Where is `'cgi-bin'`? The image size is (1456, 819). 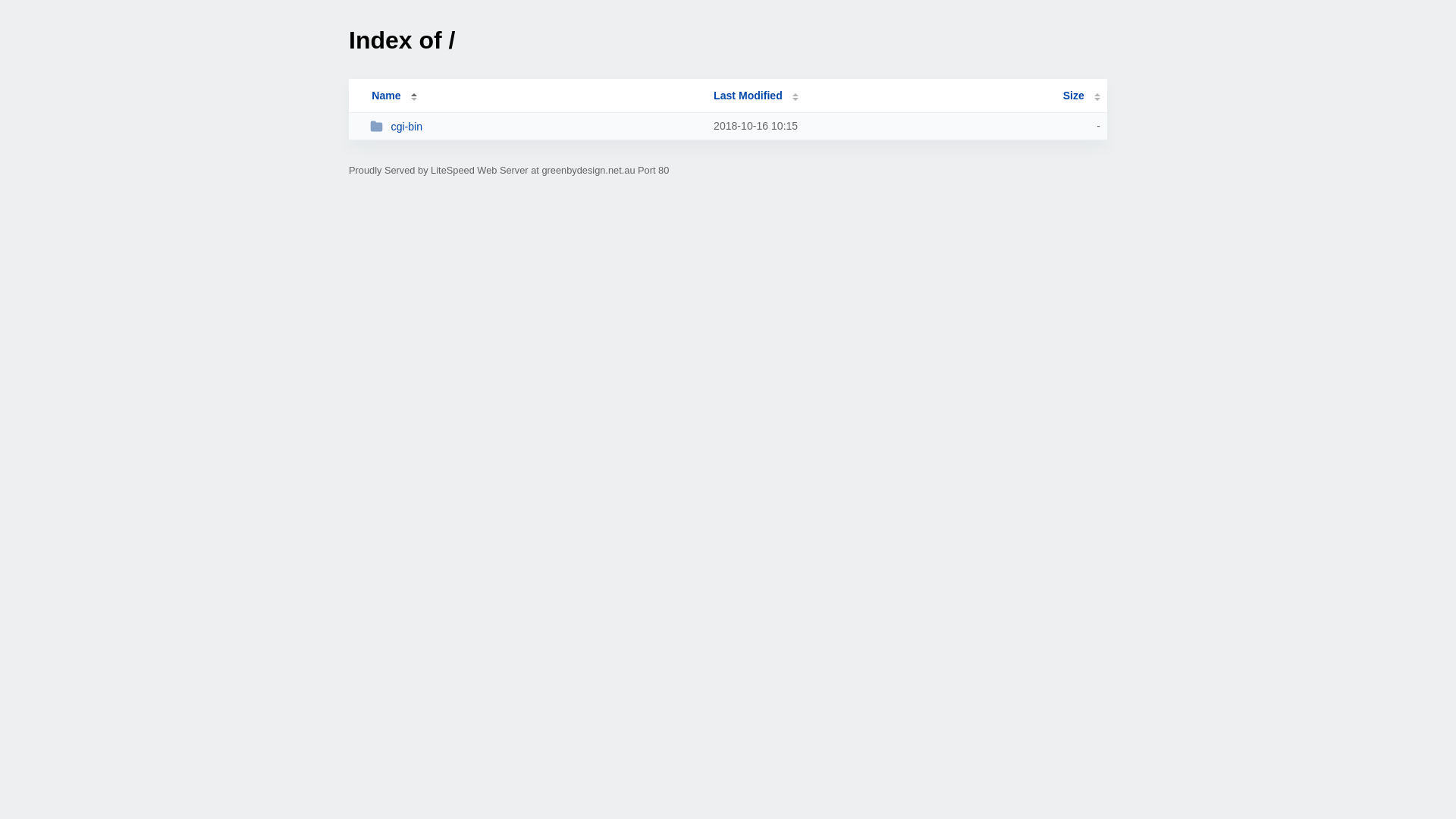 'cgi-bin' is located at coordinates (535, 125).